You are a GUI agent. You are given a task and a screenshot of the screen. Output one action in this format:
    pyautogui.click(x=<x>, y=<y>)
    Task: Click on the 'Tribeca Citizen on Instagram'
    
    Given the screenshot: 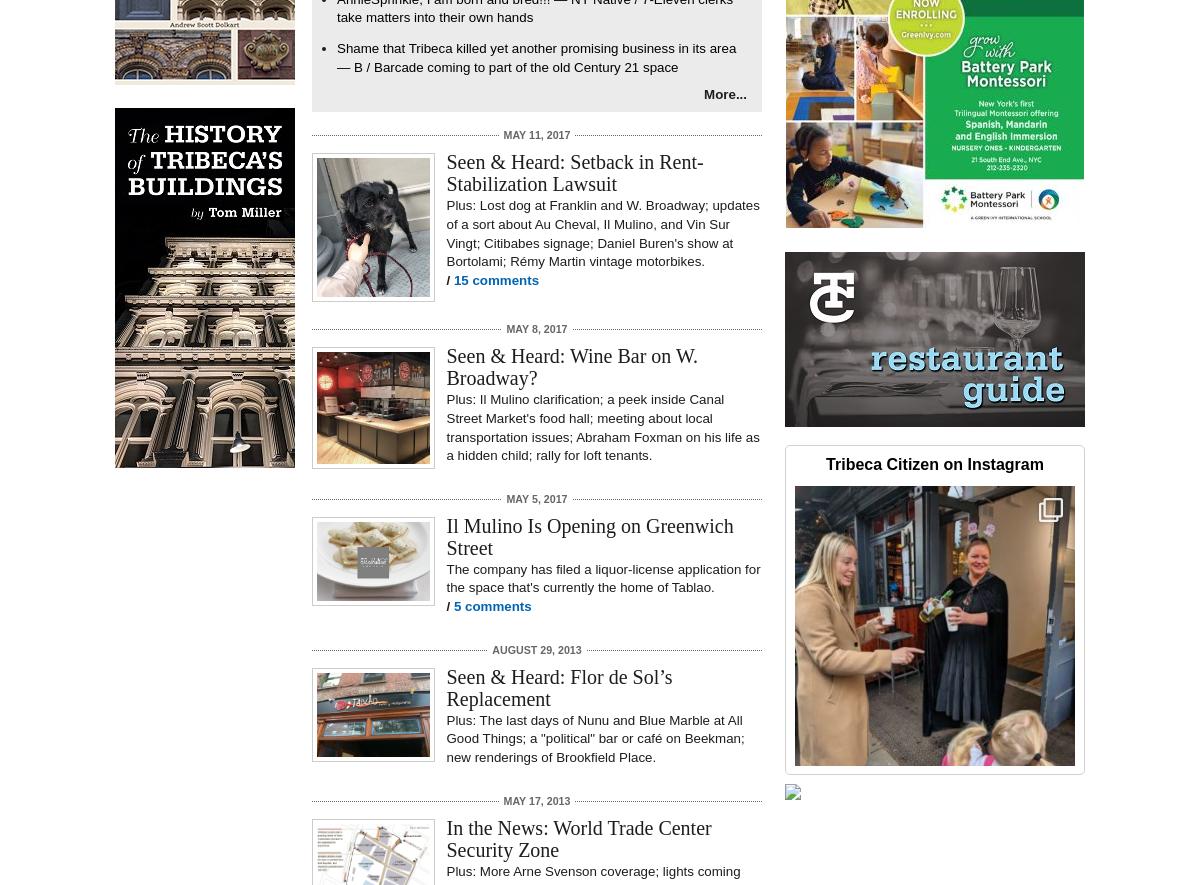 What is the action you would take?
    pyautogui.click(x=824, y=463)
    